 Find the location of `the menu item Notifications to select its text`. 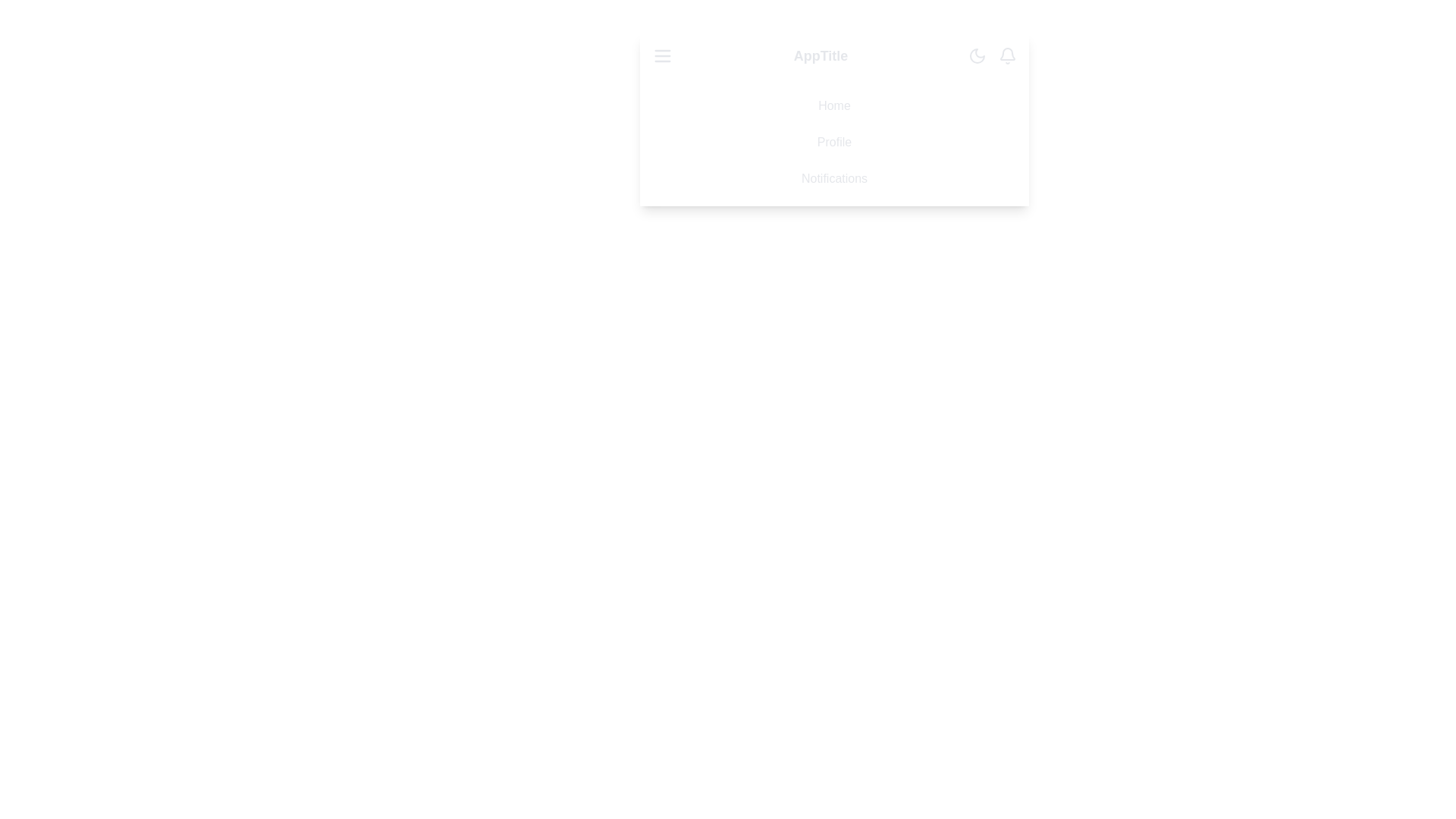

the menu item Notifications to select its text is located at coordinates (833, 177).